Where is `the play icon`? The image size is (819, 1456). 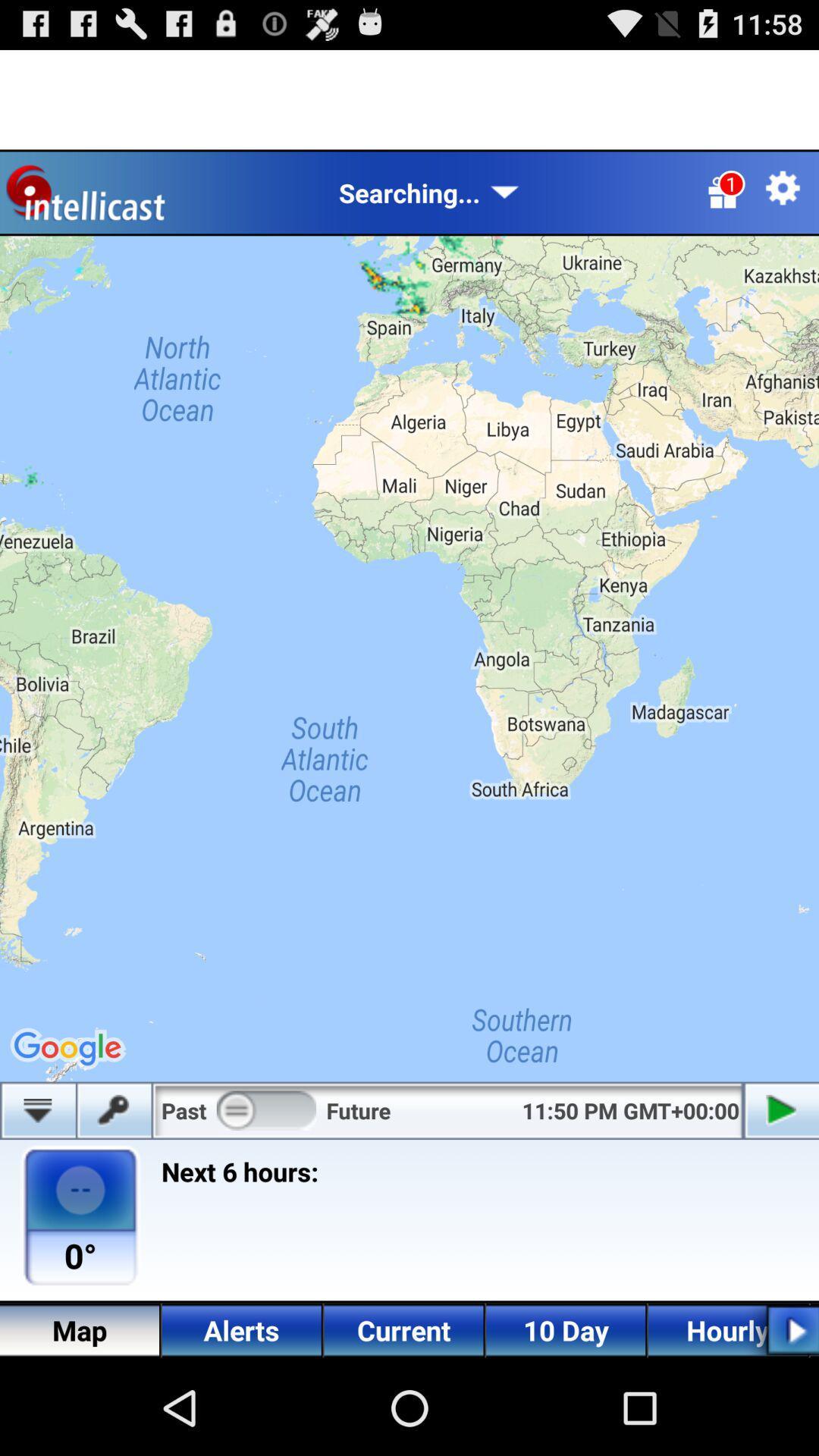
the play icon is located at coordinates (780, 1423).